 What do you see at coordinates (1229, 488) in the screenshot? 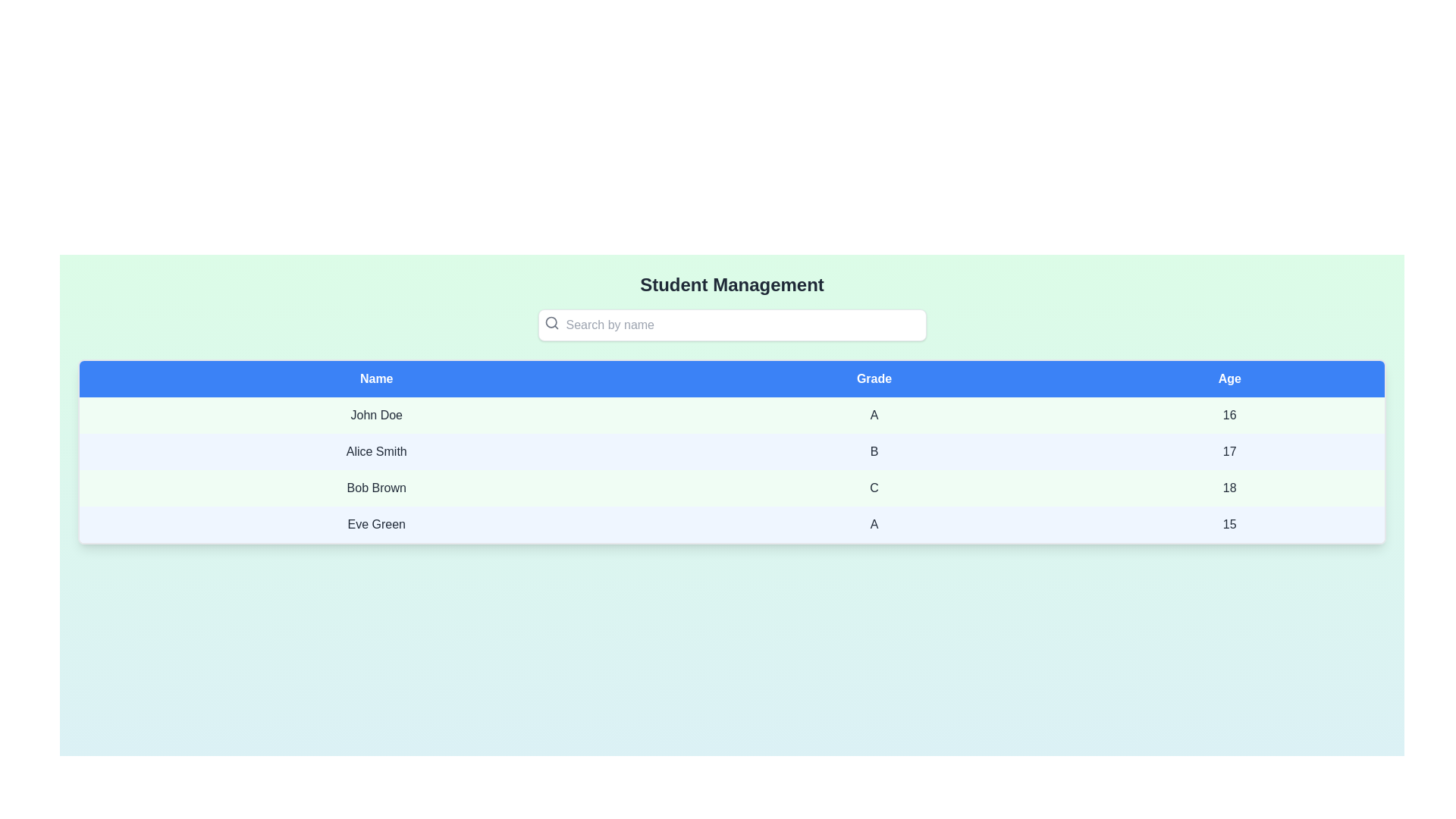
I see `the text element displaying the number '18' located in the 'Age' column of the table for the row labeled 'Bob Brown'` at bounding box center [1229, 488].